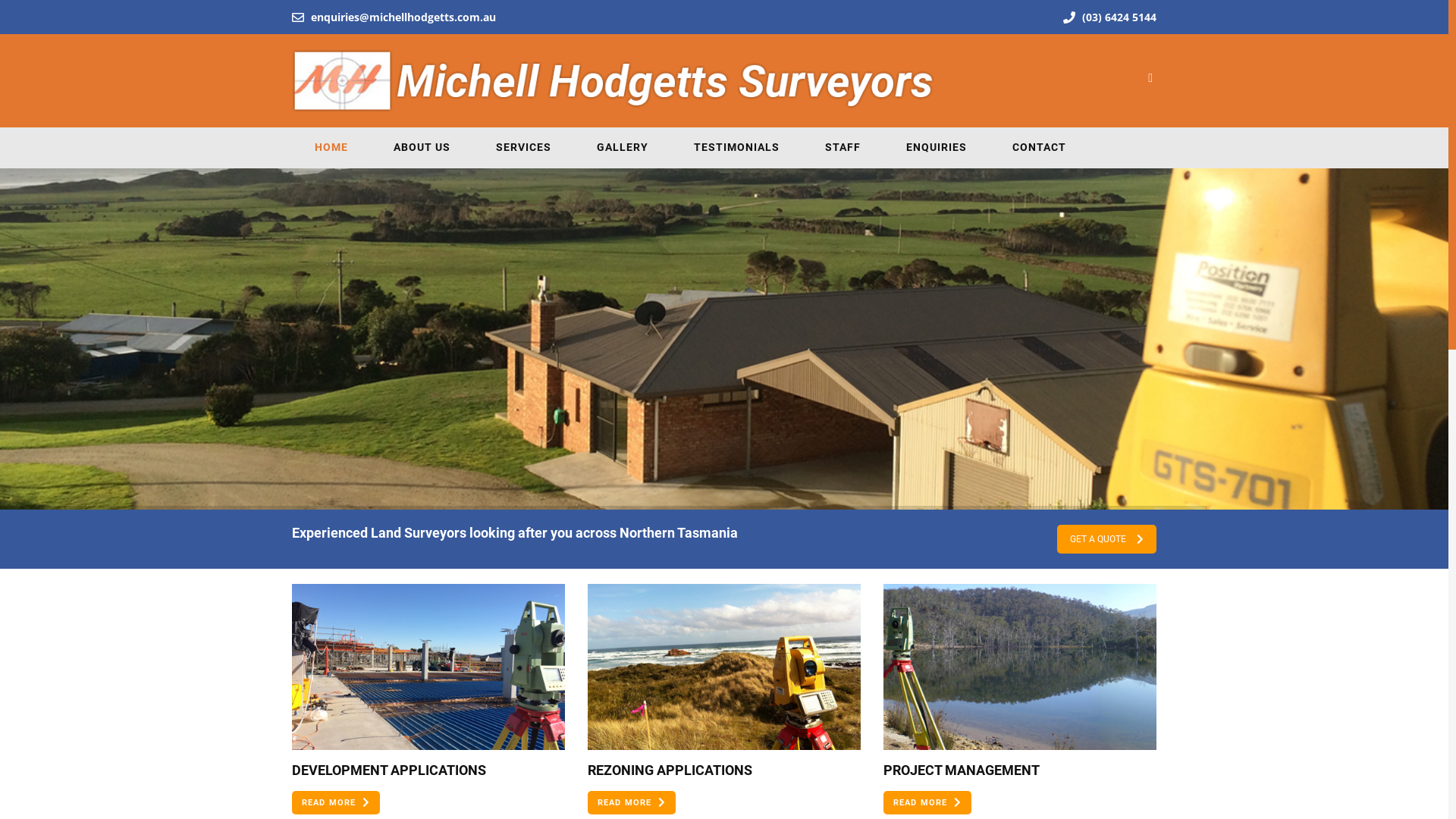  Describe the element at coordinates (1019, 666) in the screenshot. I see `'100'` at that location.